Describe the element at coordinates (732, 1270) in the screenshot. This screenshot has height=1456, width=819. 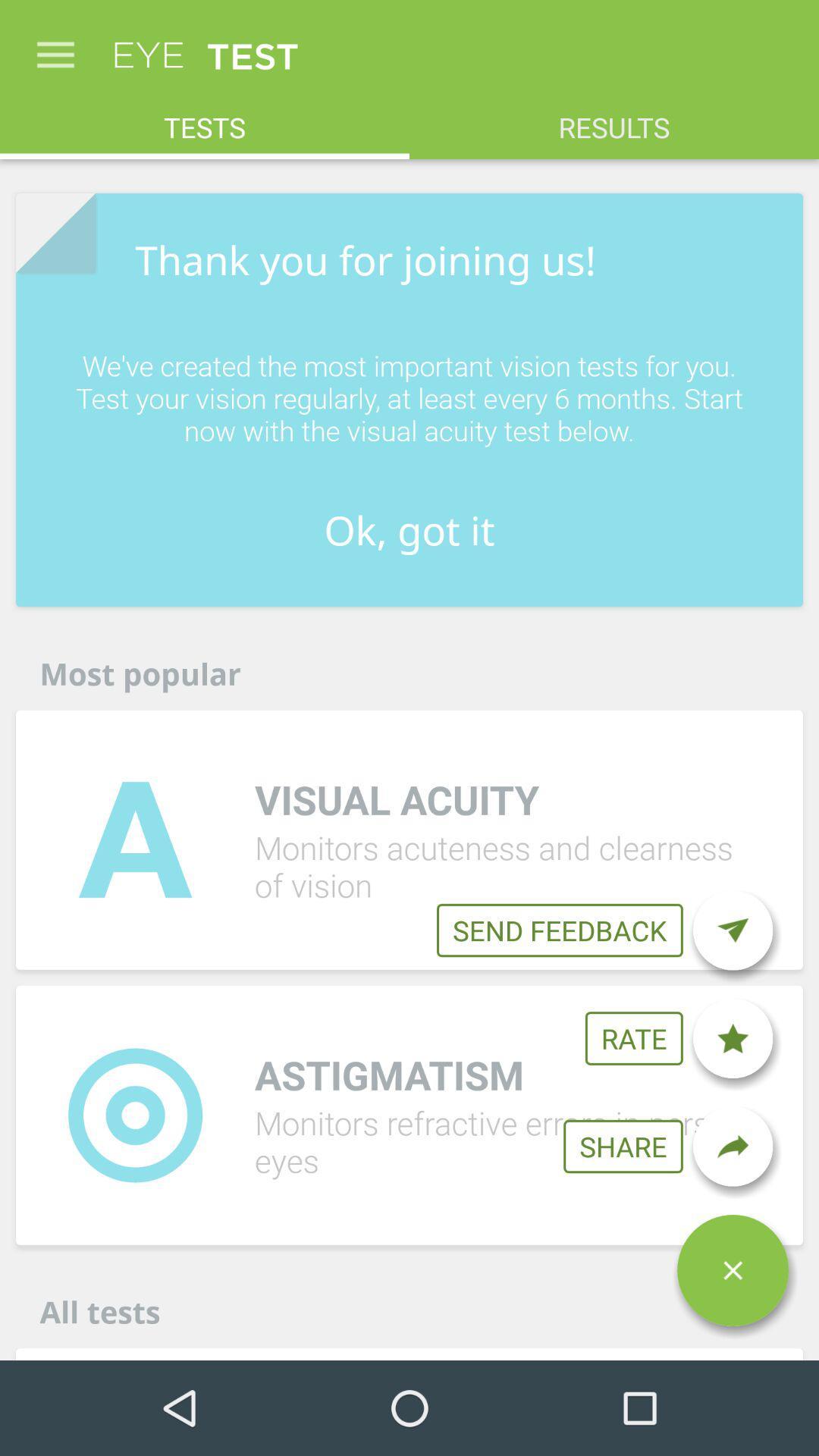
I see `the close icon` at that location.